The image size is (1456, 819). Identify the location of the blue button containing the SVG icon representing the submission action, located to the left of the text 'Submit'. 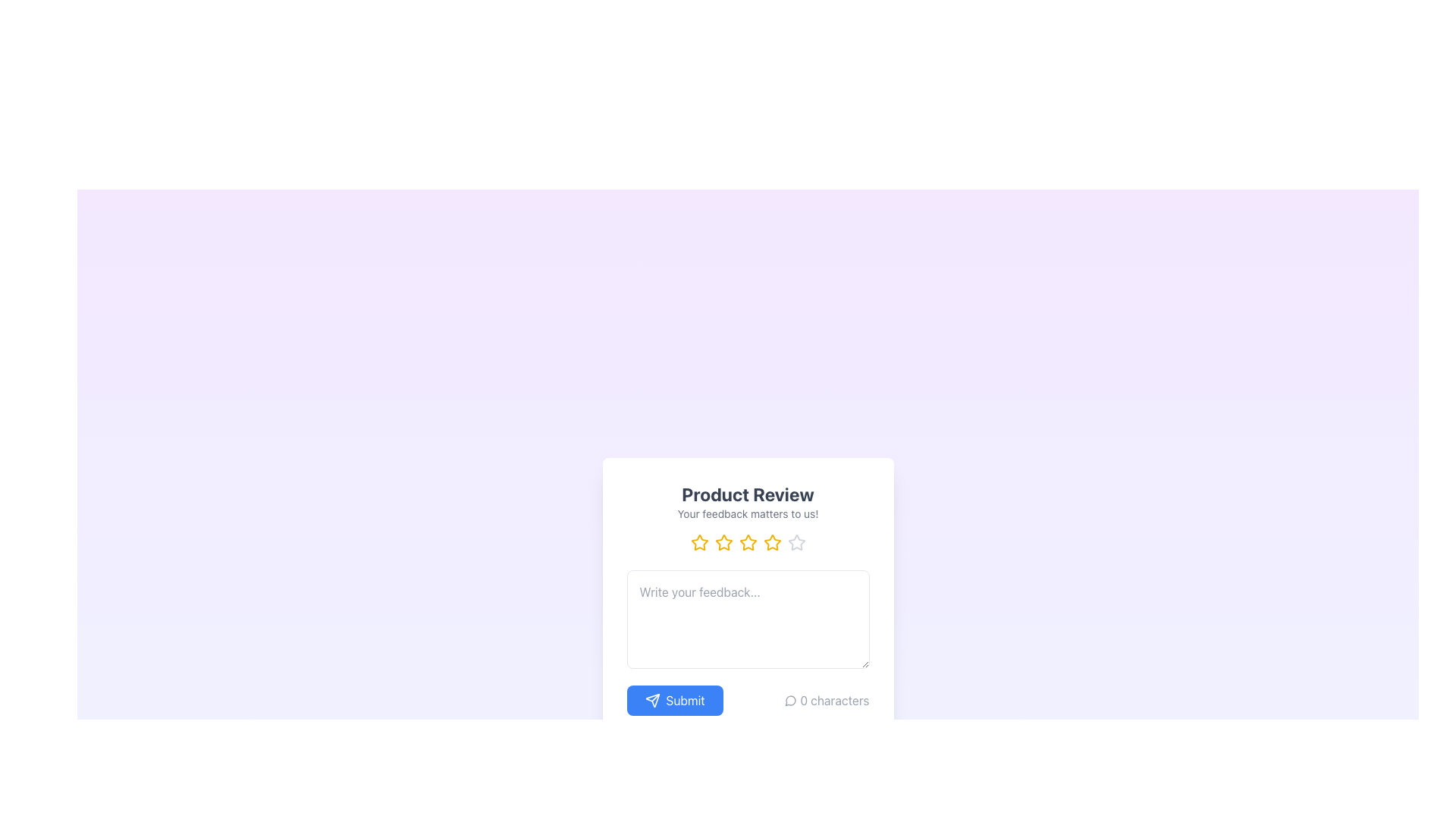
(652, 701).